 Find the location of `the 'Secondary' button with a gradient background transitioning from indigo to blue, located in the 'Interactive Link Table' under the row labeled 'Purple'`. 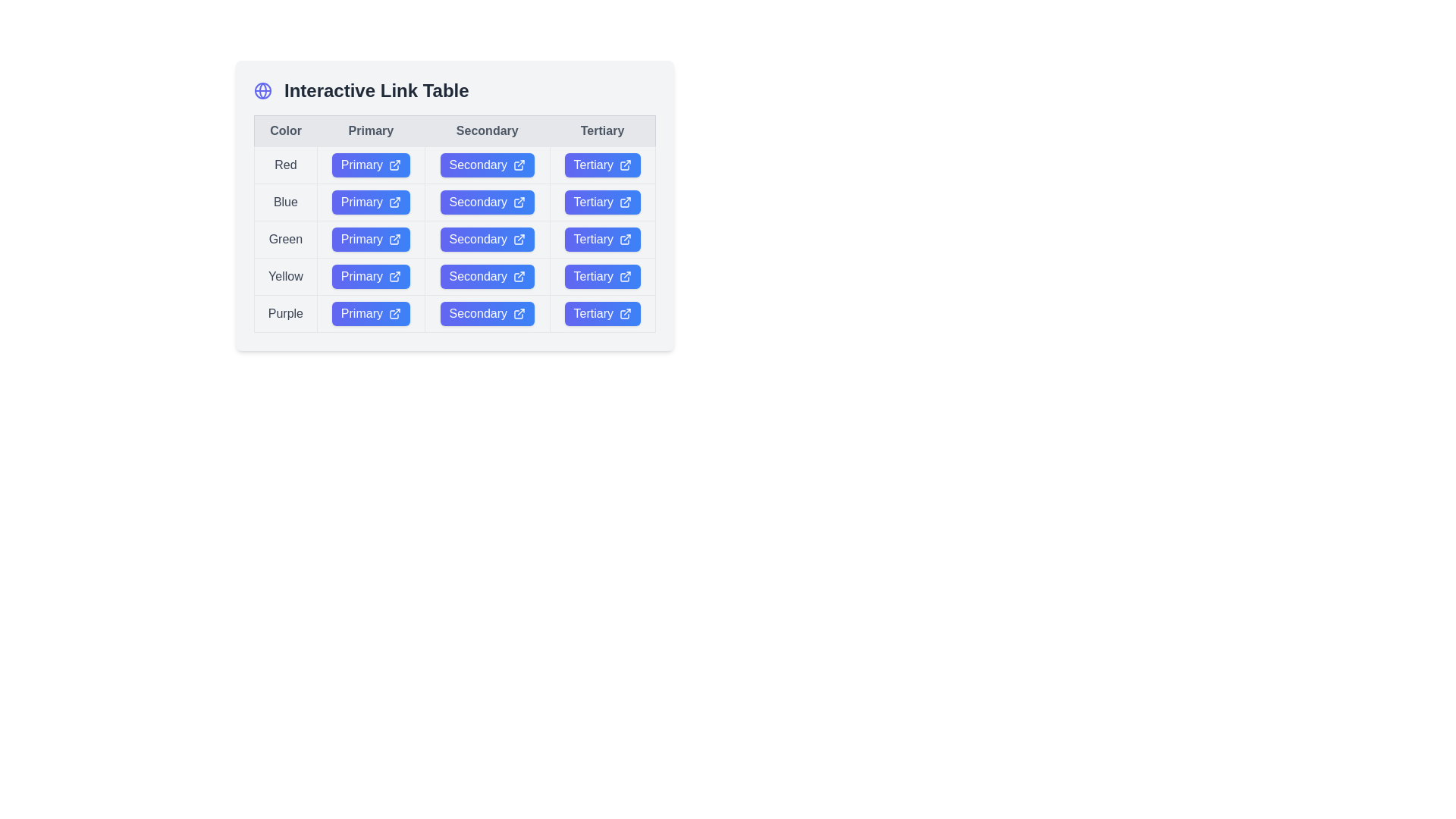

the 'Secondary' button with a gradient background transitioning from indigo to blue, located in the 'Interactive Link Table' under the row labeled 'Purple' is located at coordinates (487, 312).